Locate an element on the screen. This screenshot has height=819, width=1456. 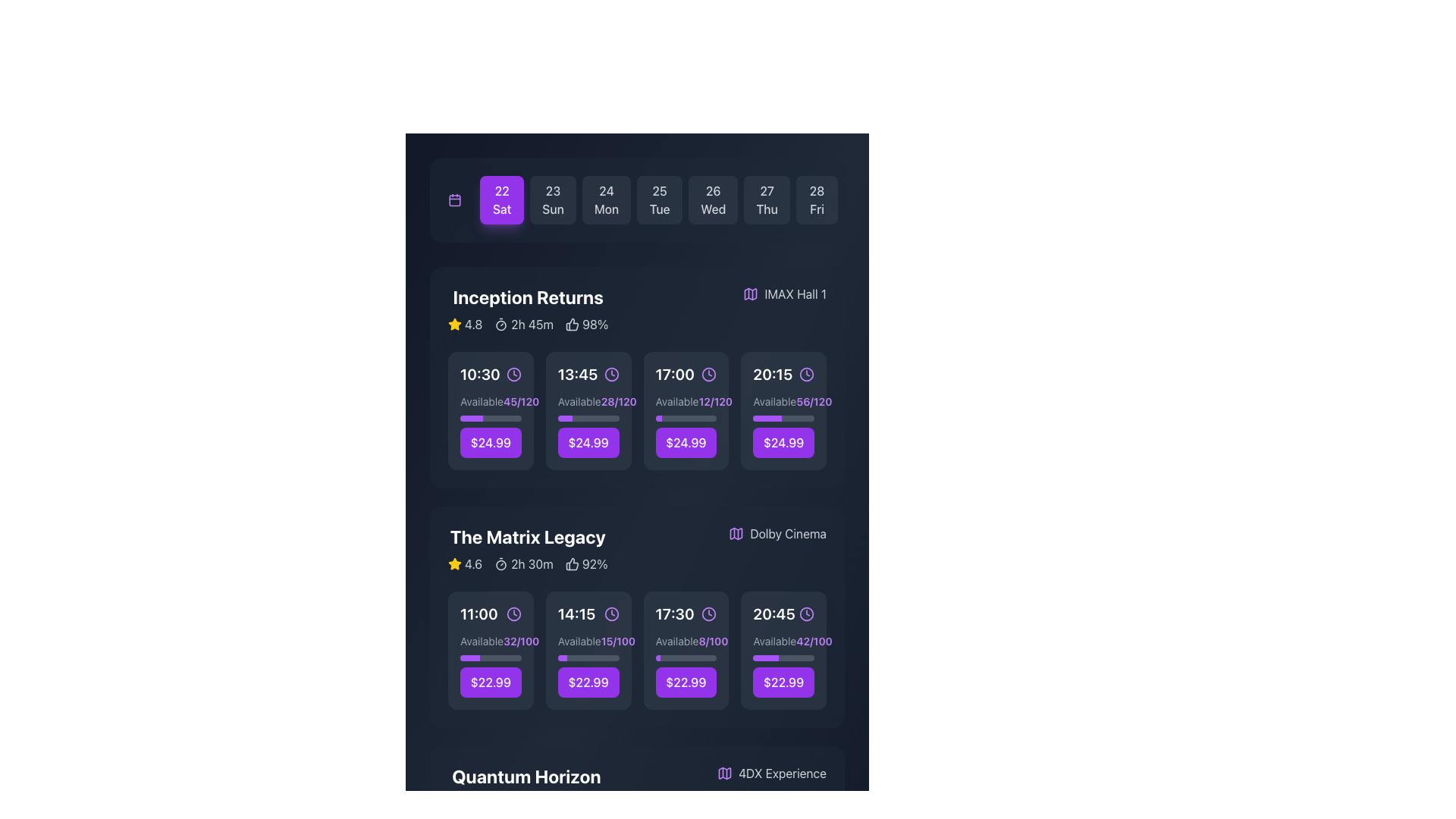
the purple button at the bottom of the ticket selection card displaying the price '$22.99' is located at coordinates (491, 649).